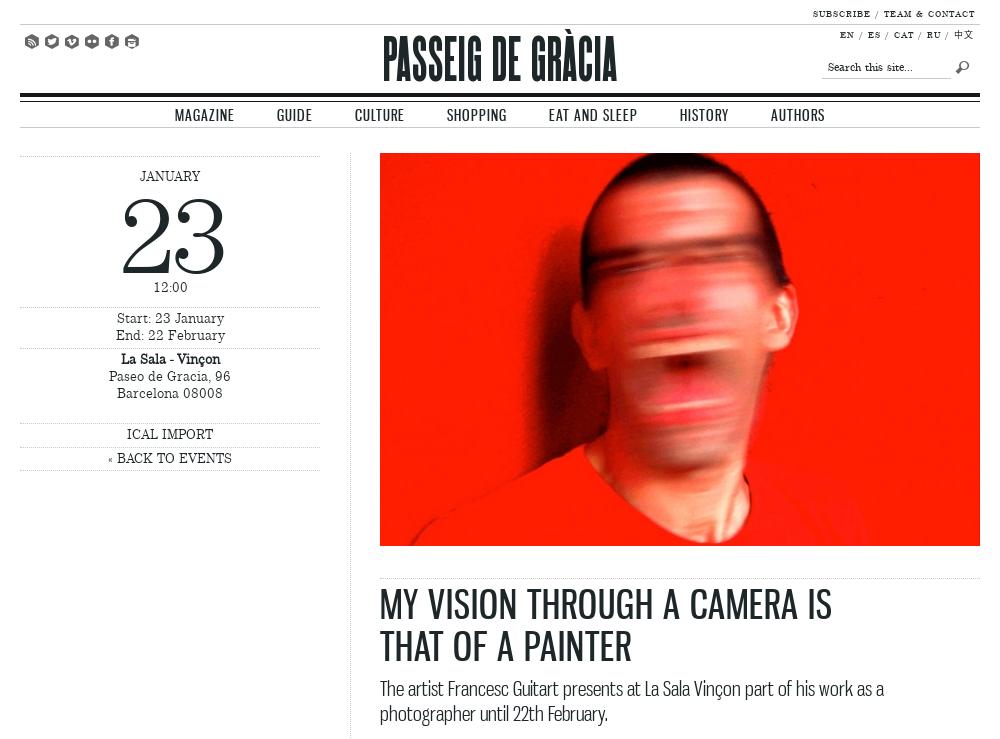 The image size is (1000, 739). What do you see at coordinates (125, 39) in the screenshot?
I see `'I'` at bounding box center [125, 39].